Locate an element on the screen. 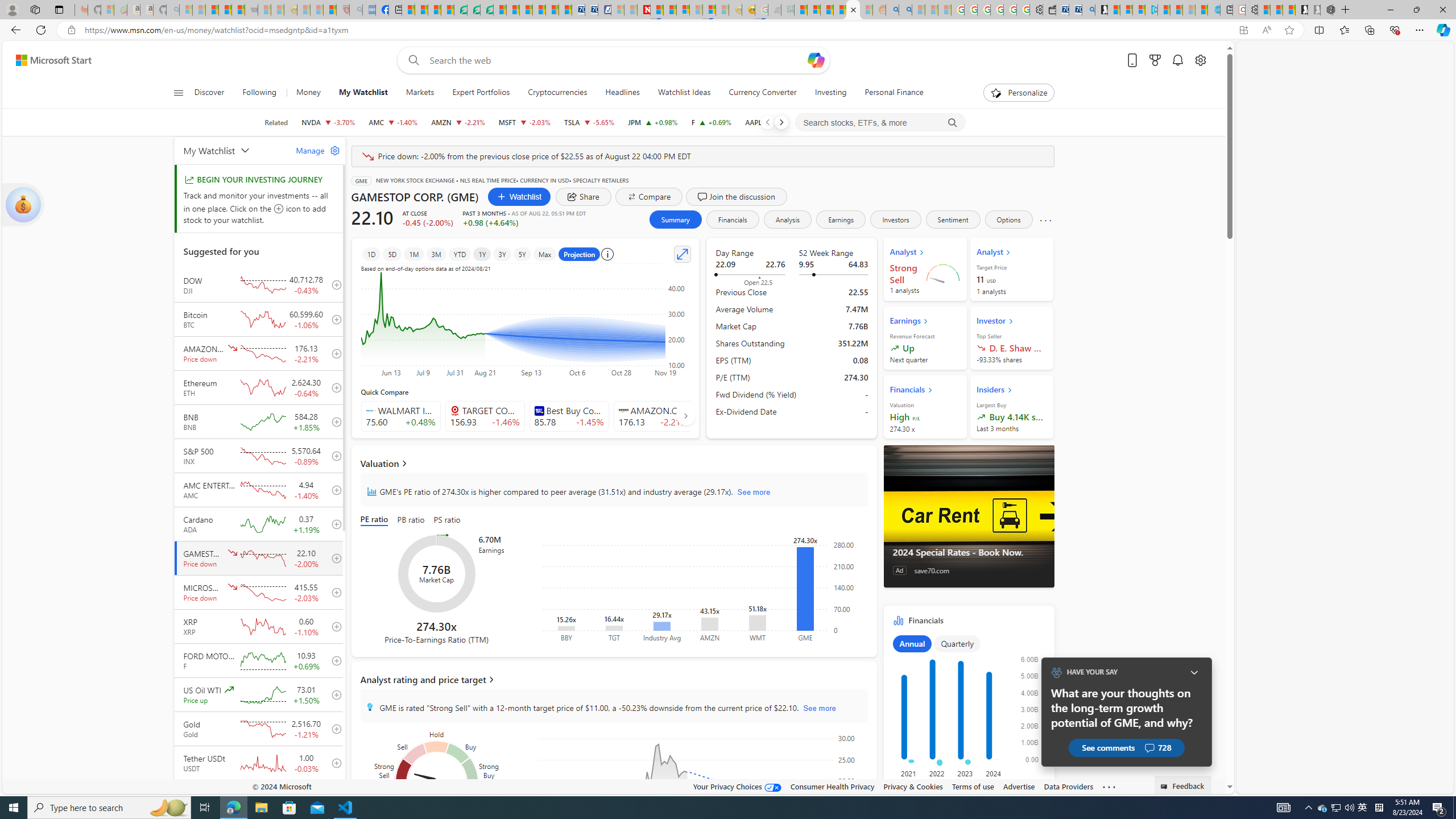 Image resolution: width=1456 pixels, height=819 pixels. 'Expert Portfolios' is located at coordinates (481, 92).